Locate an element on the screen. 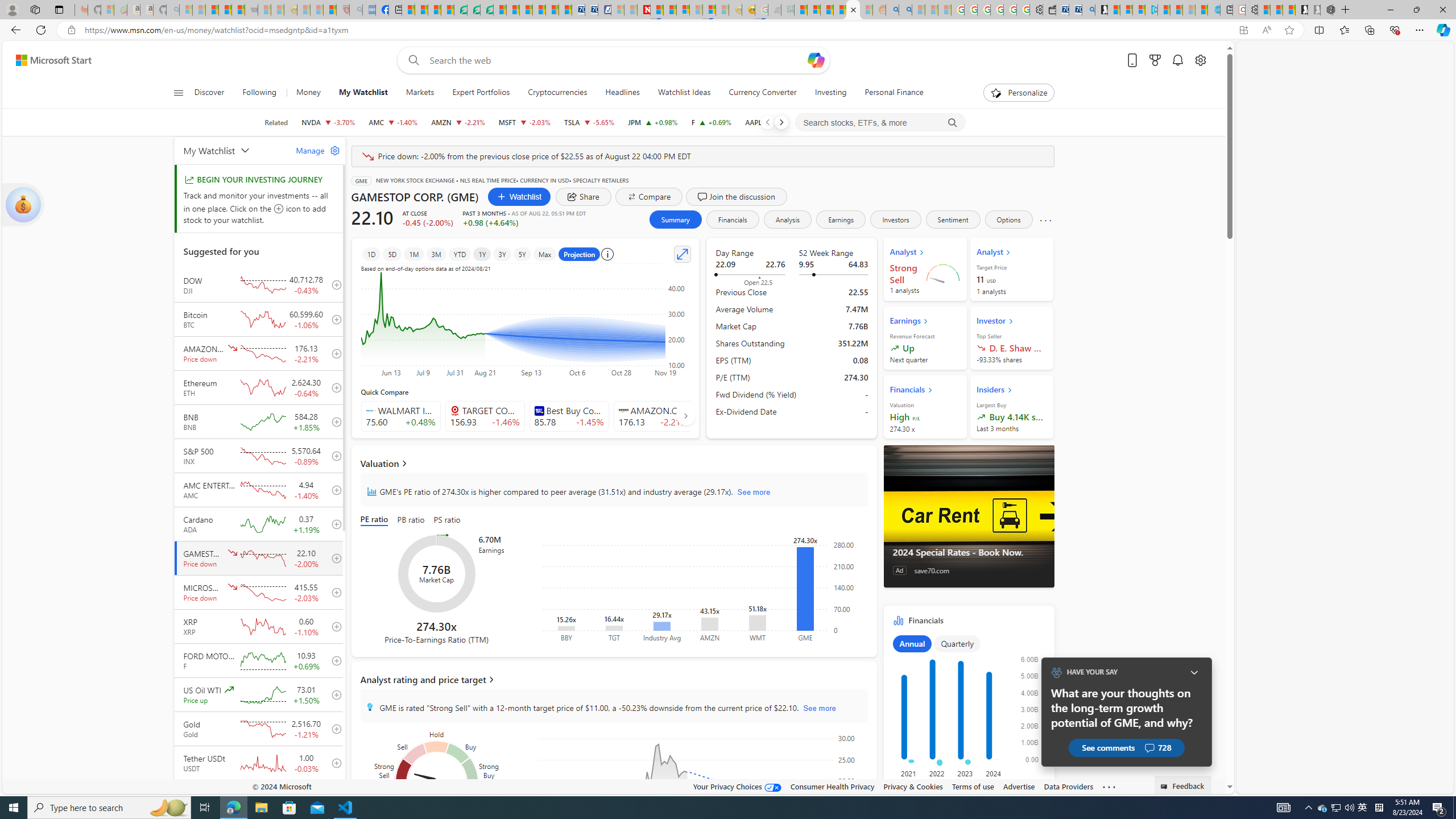 Image resolution: width=1456 pixels, height=819 pixels. 'Expert Portfolios' is located at coordinates (481, 92).